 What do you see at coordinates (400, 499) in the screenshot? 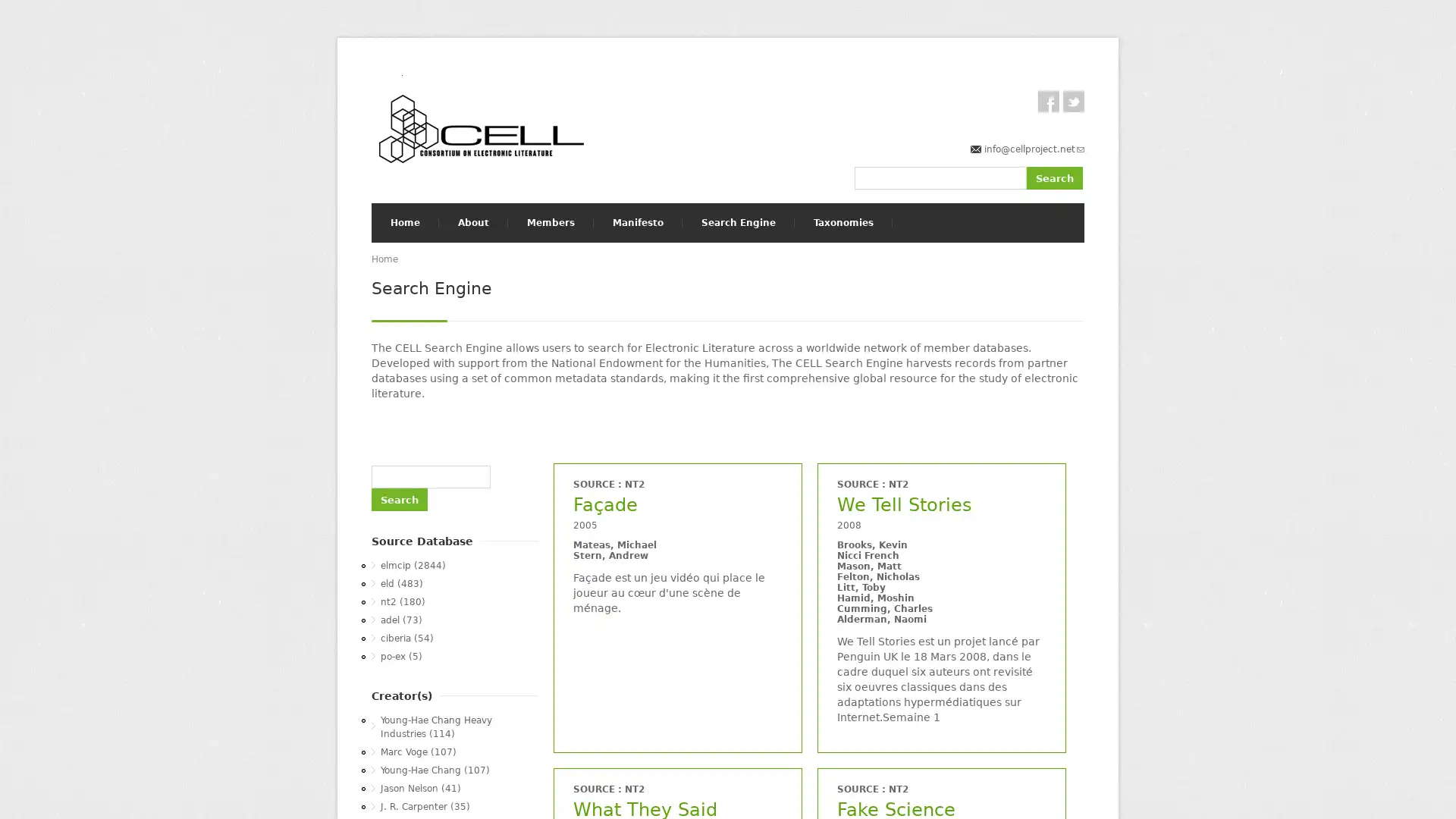
I see `Search` at bounding box center [400, 499].